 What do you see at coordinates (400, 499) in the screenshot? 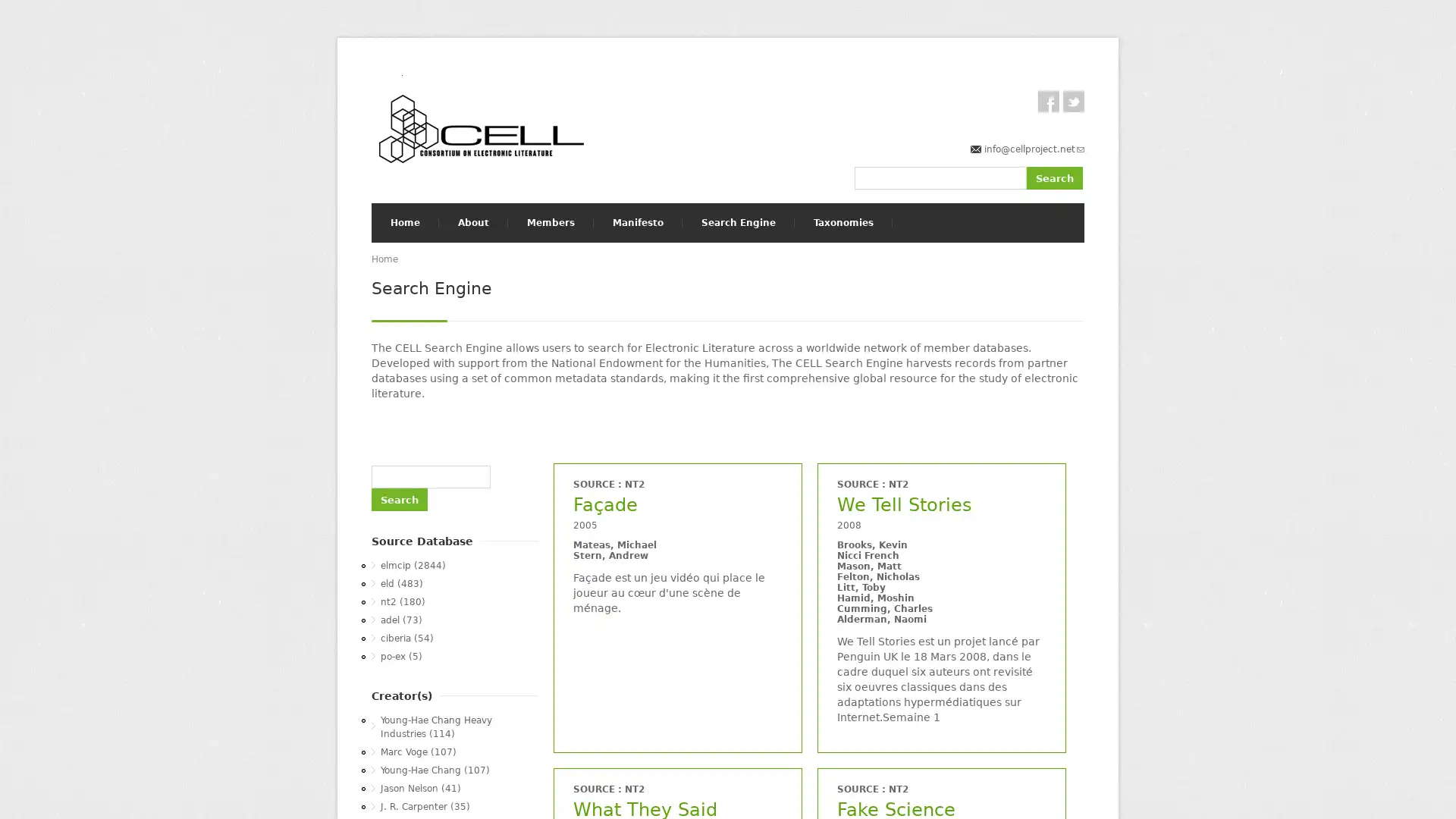
I see `Search` at bounding box center [400, 499].